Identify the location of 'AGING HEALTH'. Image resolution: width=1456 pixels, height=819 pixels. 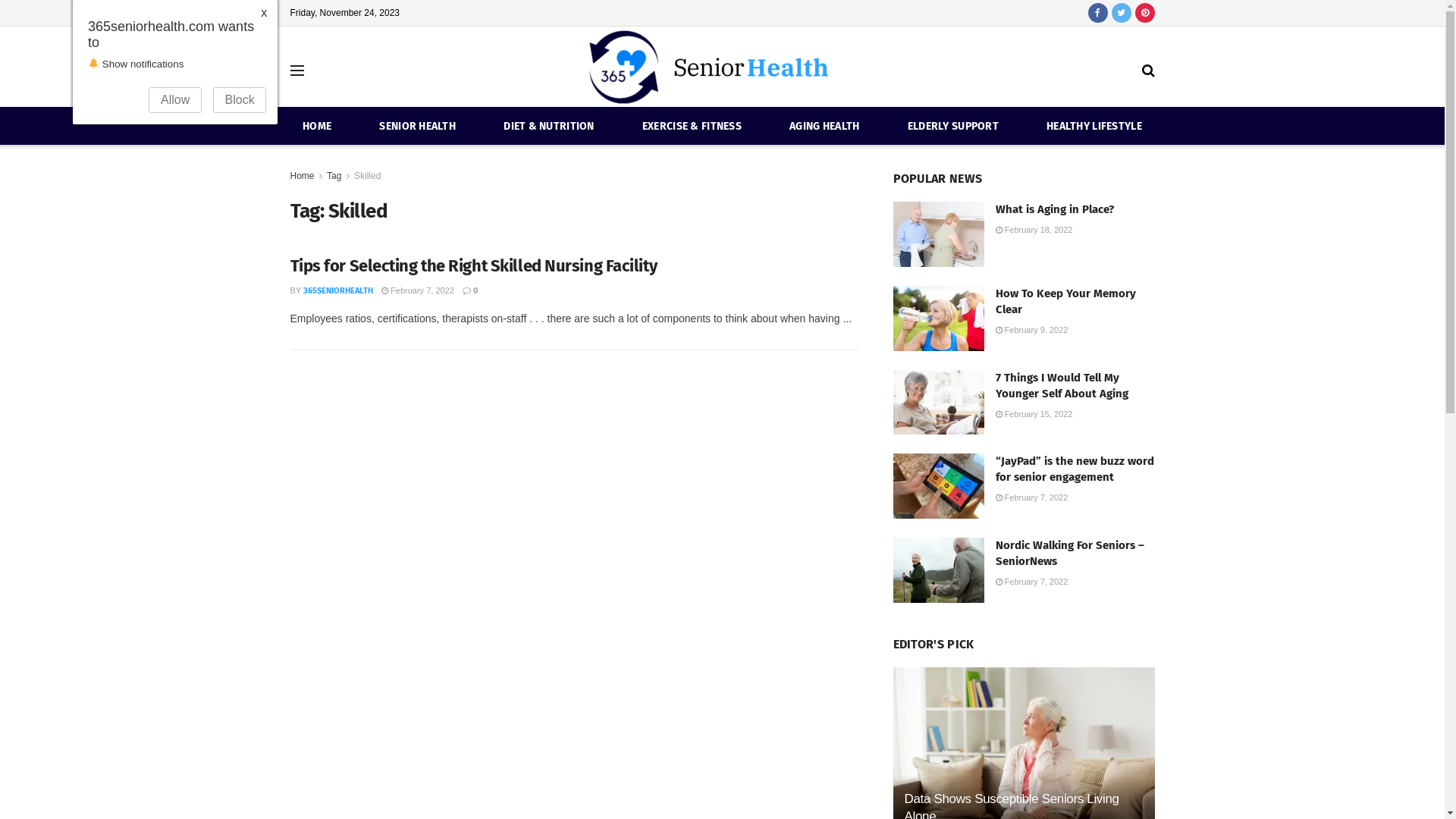
(823, 125).